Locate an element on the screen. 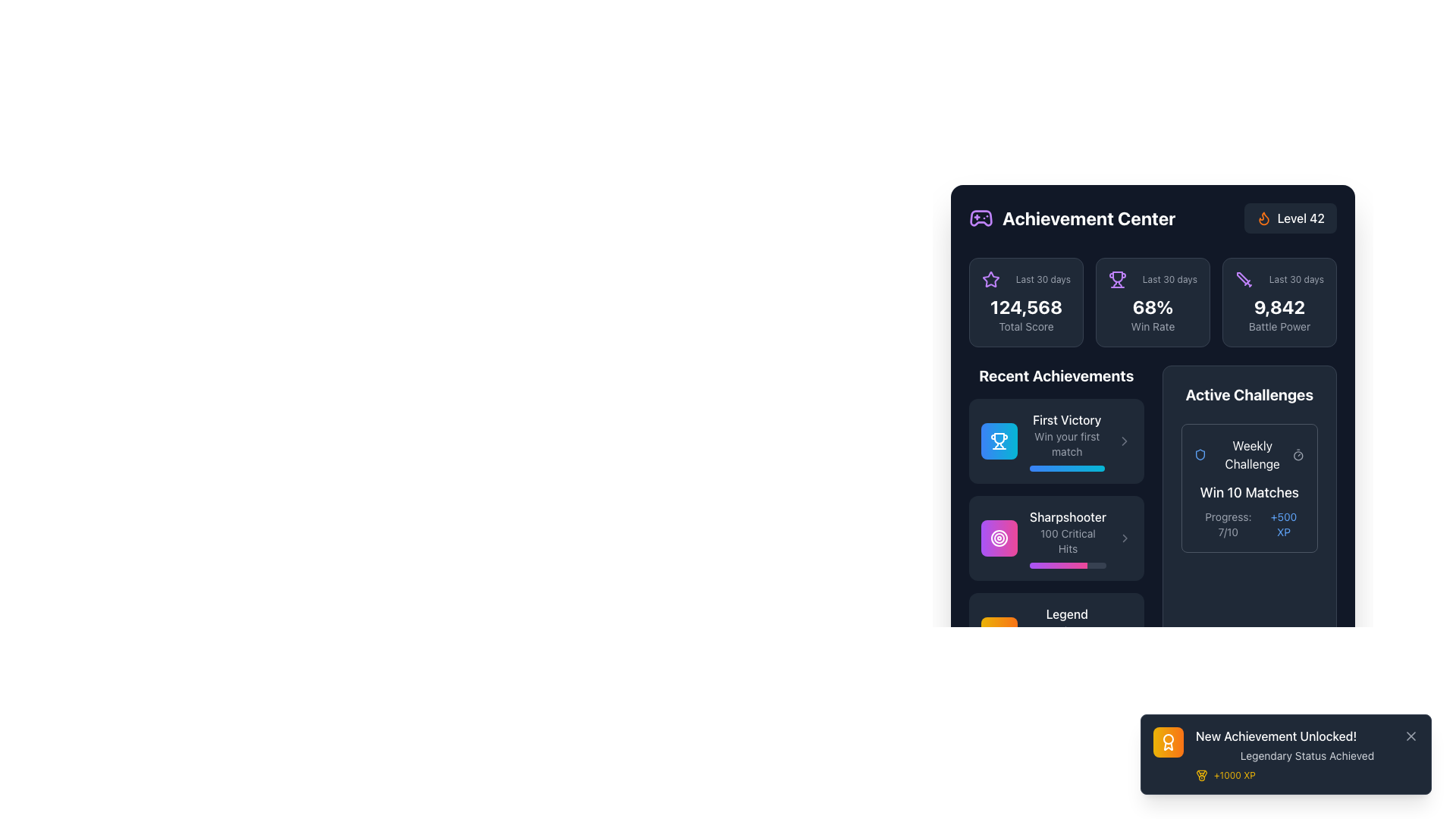 This screenshot has height=819, width=1456. the orange flame-shaped icon located to the left of the text 'Level 42' in the dark rectangular background of the 'Achievement Center' UI section is located at coordinates (1263, 218).